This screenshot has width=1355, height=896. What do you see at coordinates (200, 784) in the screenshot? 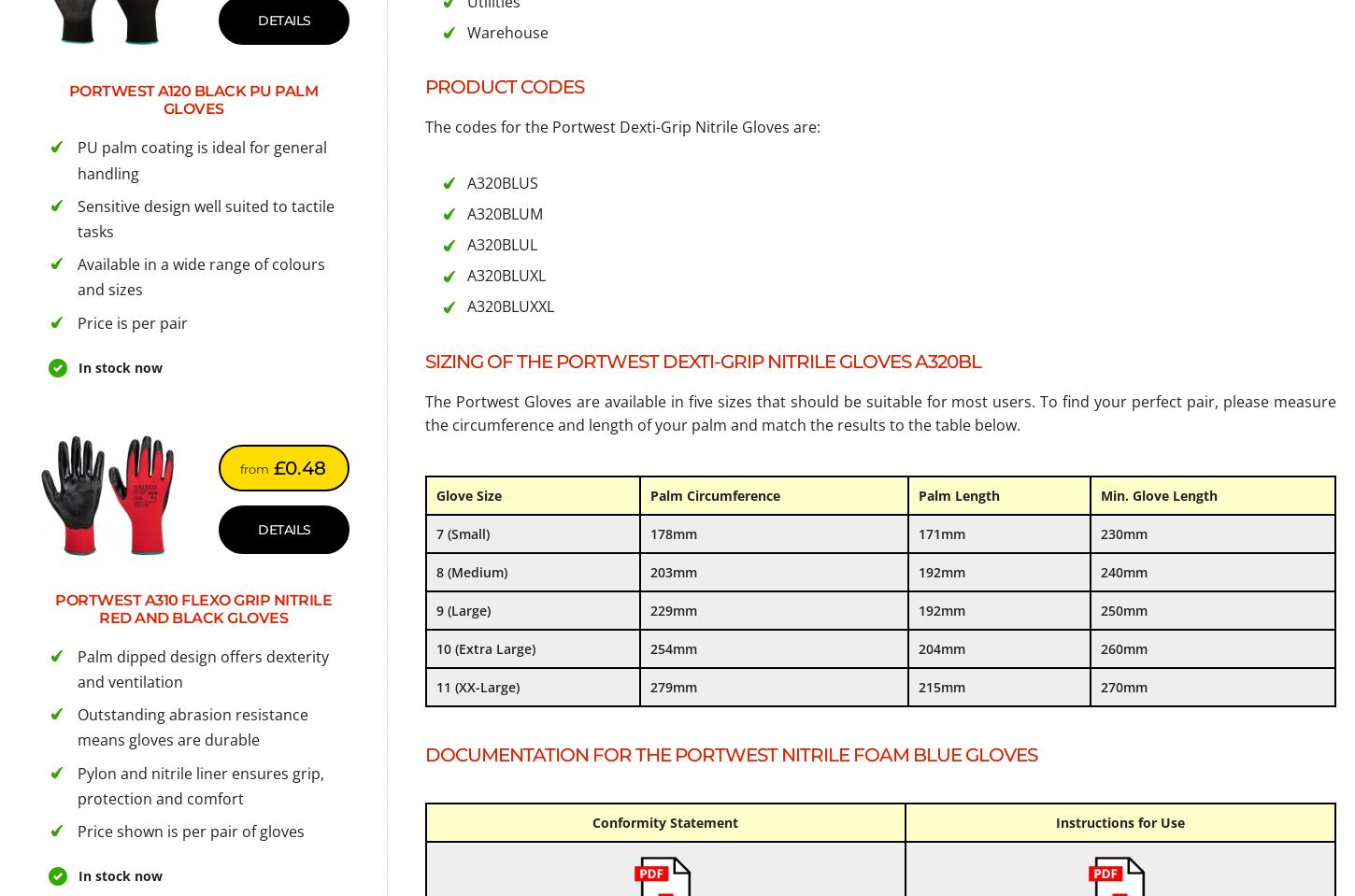
I see `'Pylon and nitrile liner ensures grip, protection and comfort'` at bounding box center [200, 784].